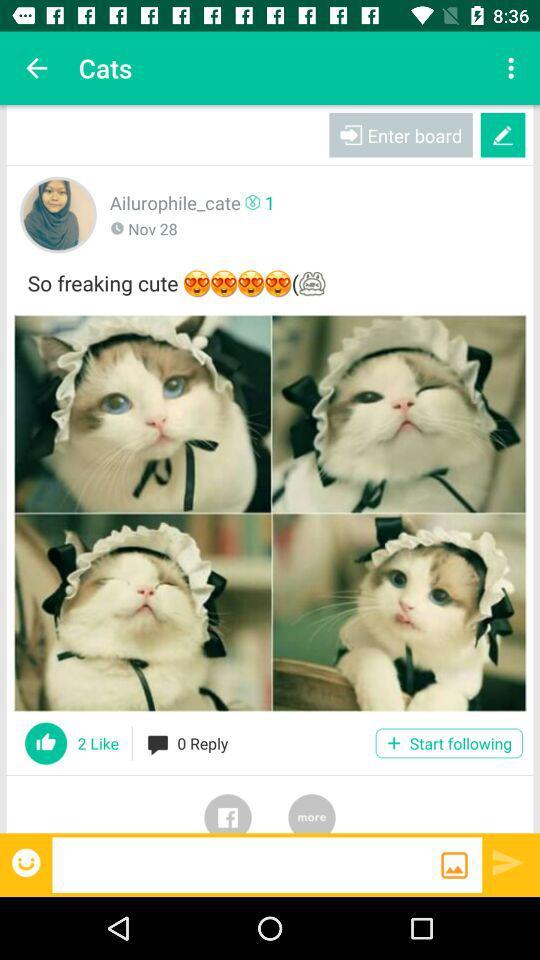 This screenshot has width=540, height=960. What do you see at coordinates (270, 512) in the screenshot?
I see `pictures` at bounding box center [270, 512].